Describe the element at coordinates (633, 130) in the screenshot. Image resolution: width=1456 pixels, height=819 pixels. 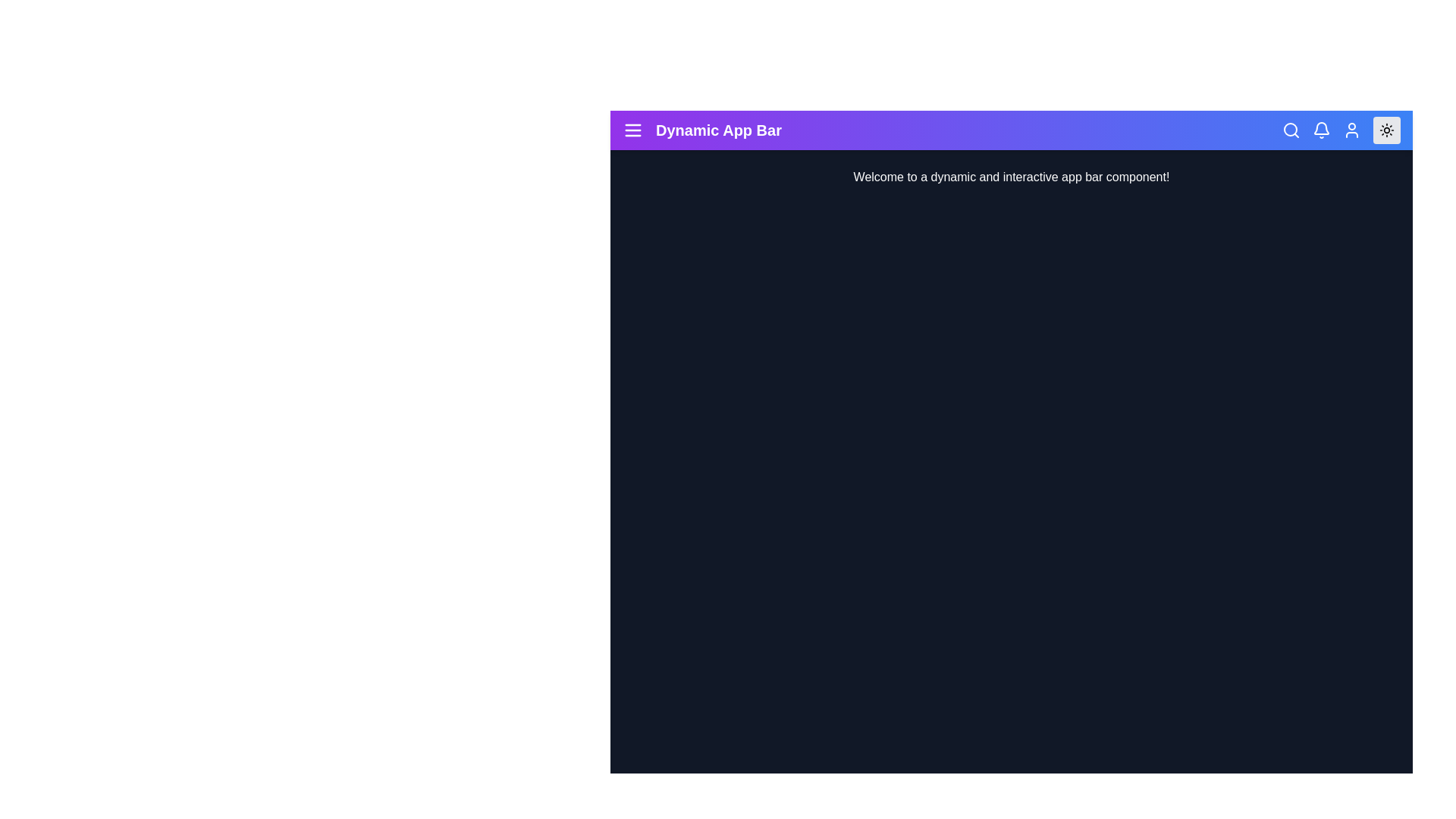
I see `the menu icon on the left side of the app bar` at that location.